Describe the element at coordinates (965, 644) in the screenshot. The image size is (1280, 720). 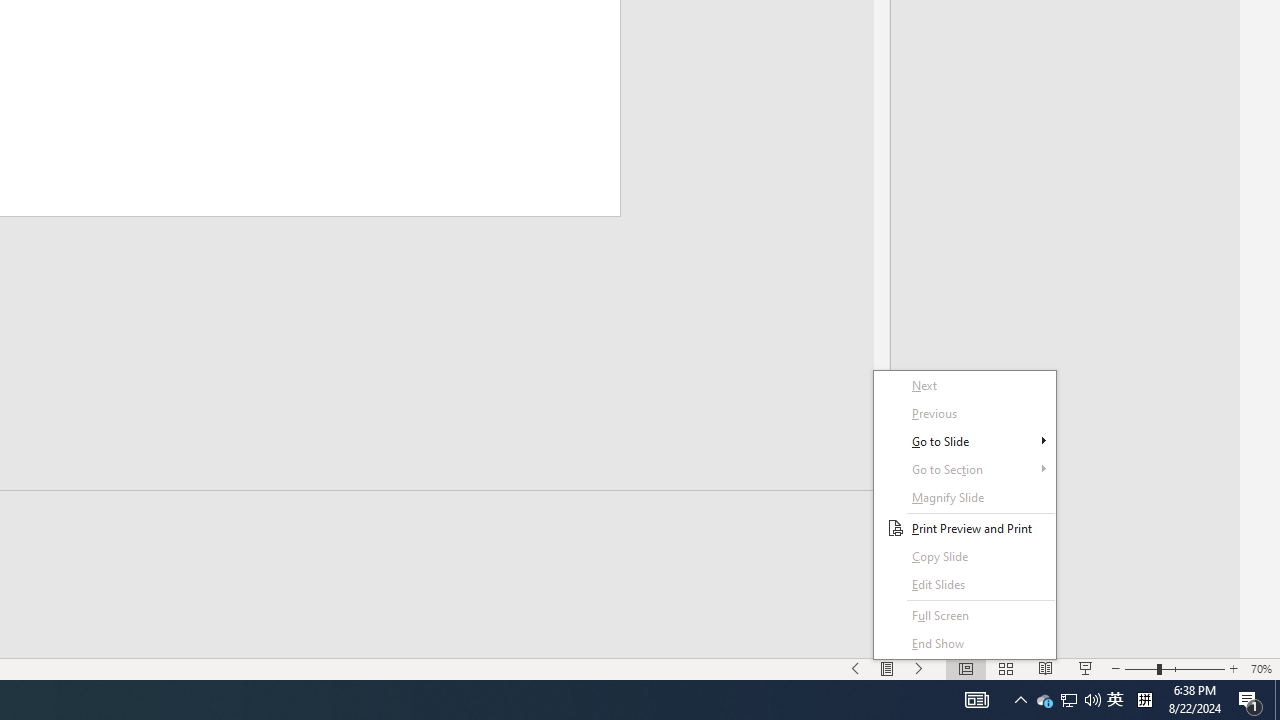
I see `'End Show'` at that location.